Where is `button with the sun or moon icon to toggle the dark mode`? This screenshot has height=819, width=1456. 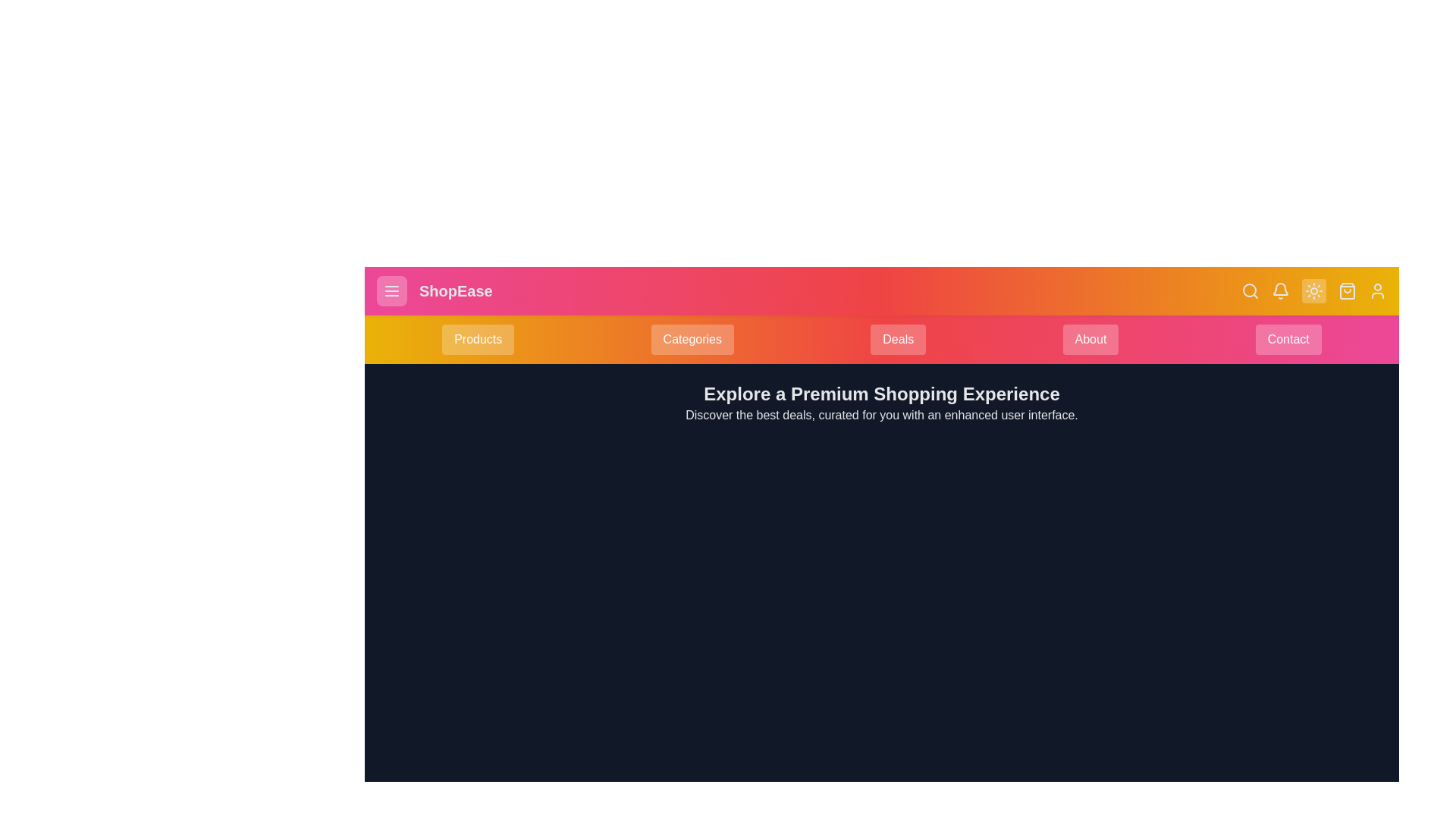
button with the sun or moon icon to toggle the dark mode is located at coordinates (1313, 291).